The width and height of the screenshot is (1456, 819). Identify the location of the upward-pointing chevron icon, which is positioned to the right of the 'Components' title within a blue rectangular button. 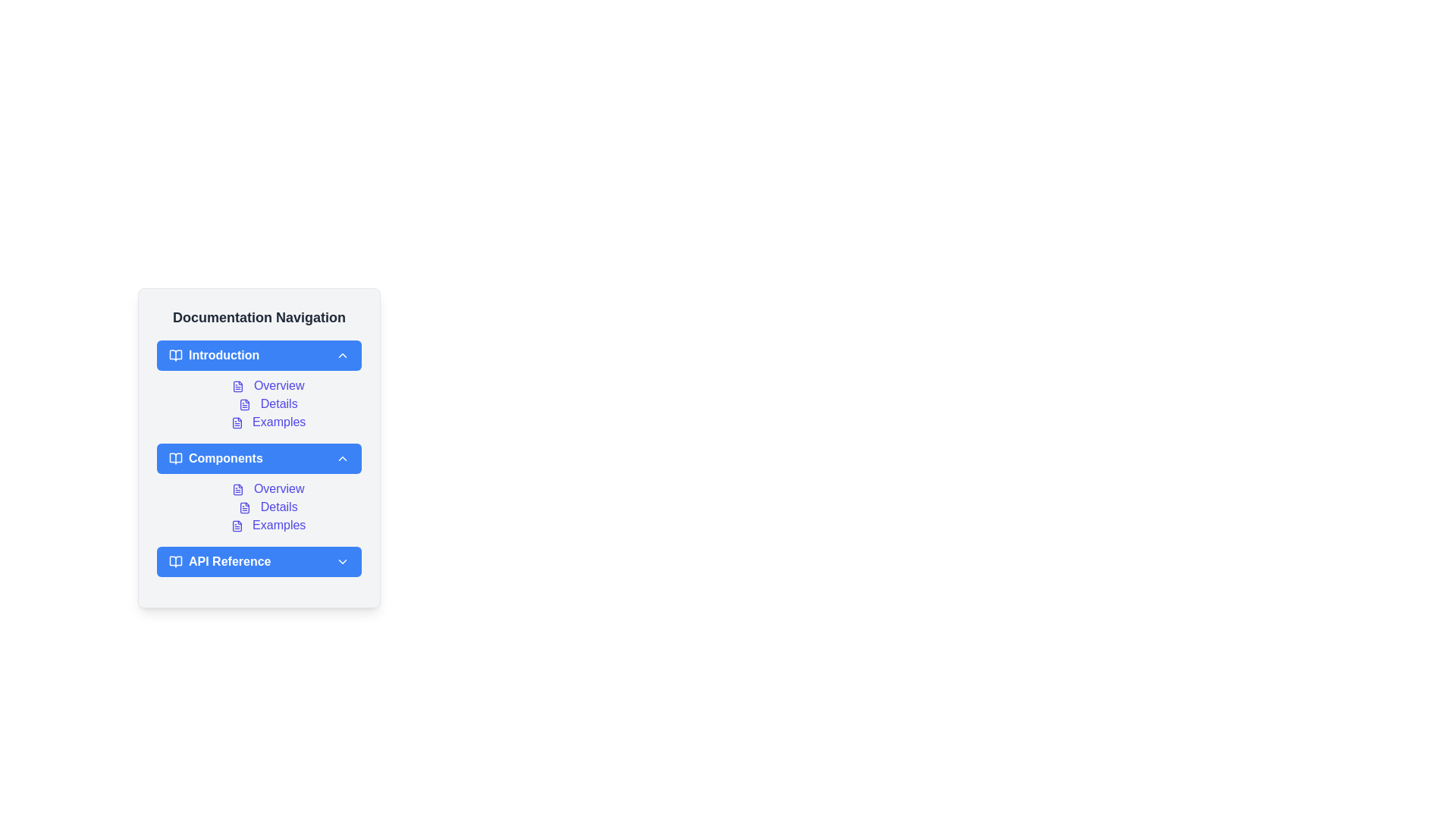
(341, 458).